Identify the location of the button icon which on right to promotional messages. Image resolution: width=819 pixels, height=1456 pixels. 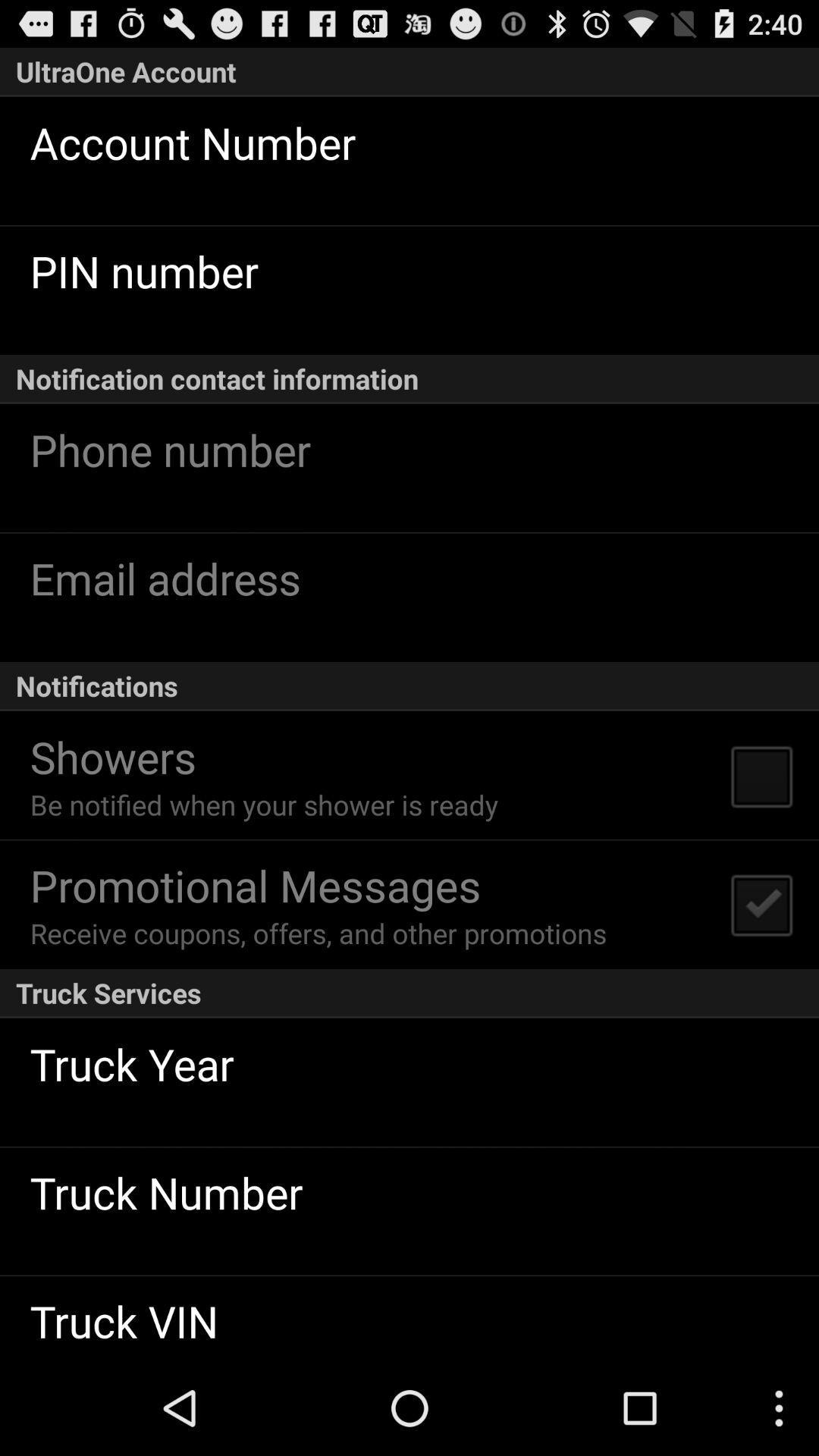
(761, 905).